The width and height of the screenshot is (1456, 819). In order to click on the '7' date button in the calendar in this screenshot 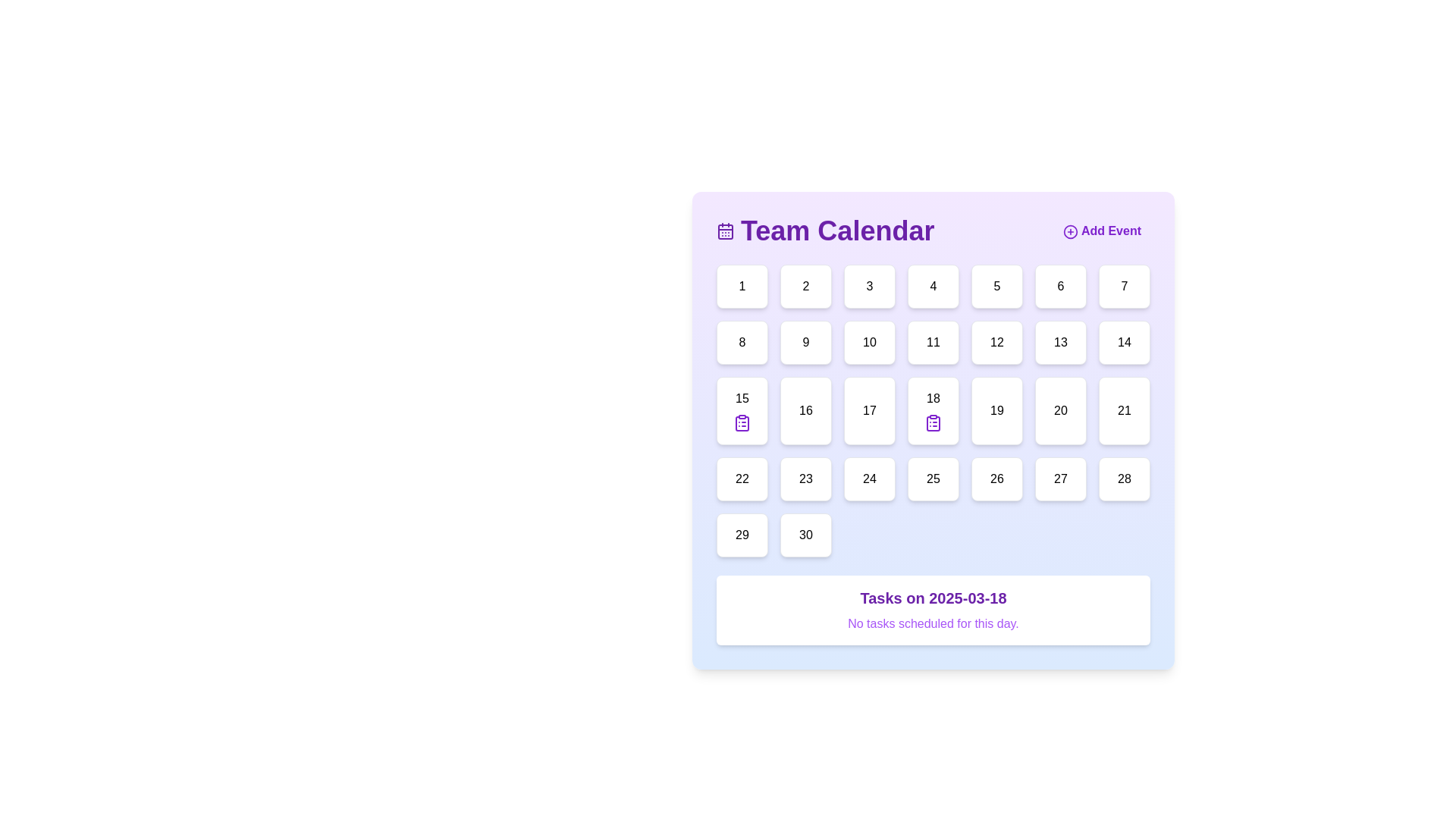, I will do `click(1125, 287)`.